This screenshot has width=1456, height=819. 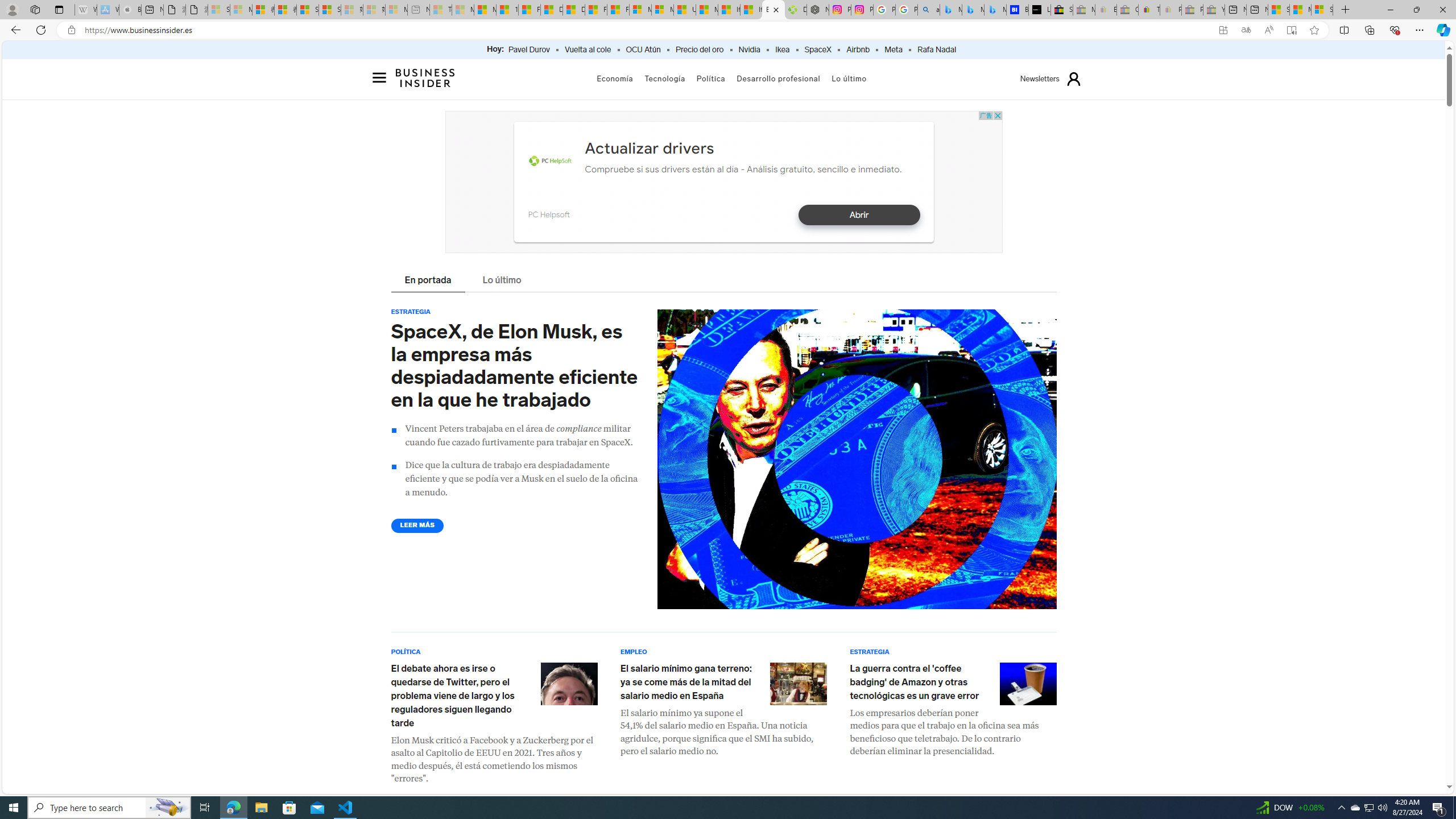 What do you see at coordinates (779, 78) in the screenshot?
I see `'Desarrollo profesional'` at bounding box center [779, 78].